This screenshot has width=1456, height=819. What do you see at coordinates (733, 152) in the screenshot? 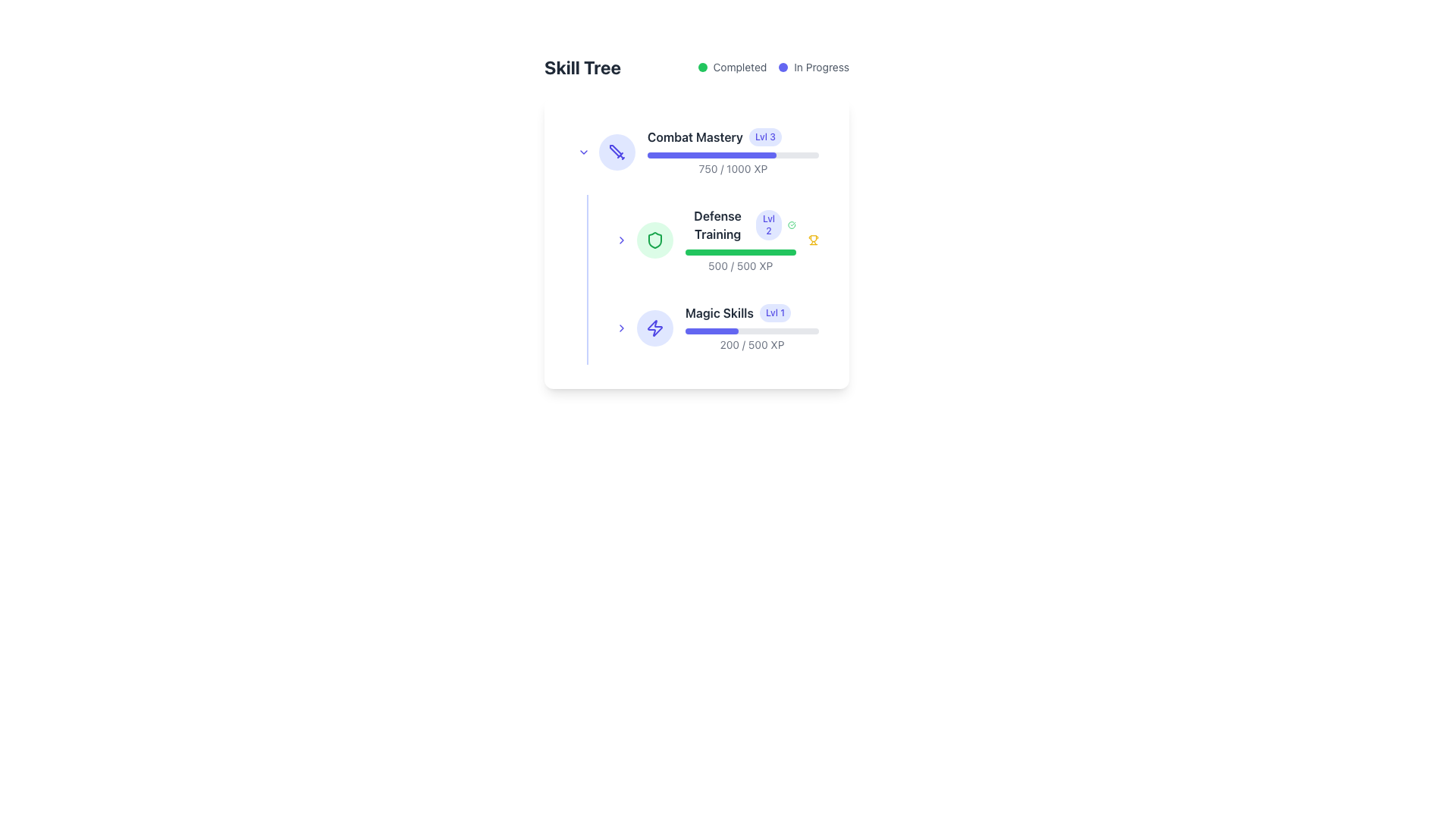
I see `the 'Combat Mastery' Progress Bar with Labels, which displays 'Lvl 3' and the corresponding experience progress, located in the first section of the skill list` at bounding box center [733, 152].